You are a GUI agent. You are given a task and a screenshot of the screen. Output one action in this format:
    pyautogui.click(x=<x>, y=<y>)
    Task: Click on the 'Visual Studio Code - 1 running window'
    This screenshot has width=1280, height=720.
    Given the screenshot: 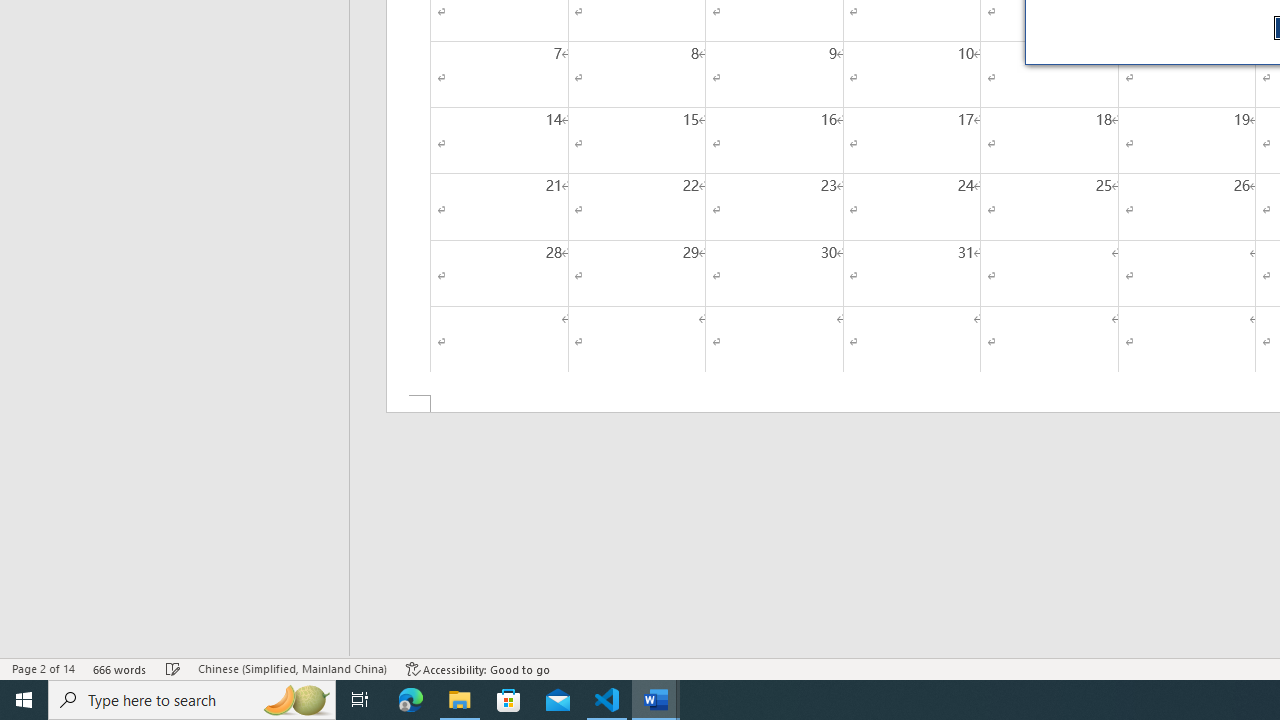 What is the action you would take?
    pyautogui.click(x=606, y=698)
    